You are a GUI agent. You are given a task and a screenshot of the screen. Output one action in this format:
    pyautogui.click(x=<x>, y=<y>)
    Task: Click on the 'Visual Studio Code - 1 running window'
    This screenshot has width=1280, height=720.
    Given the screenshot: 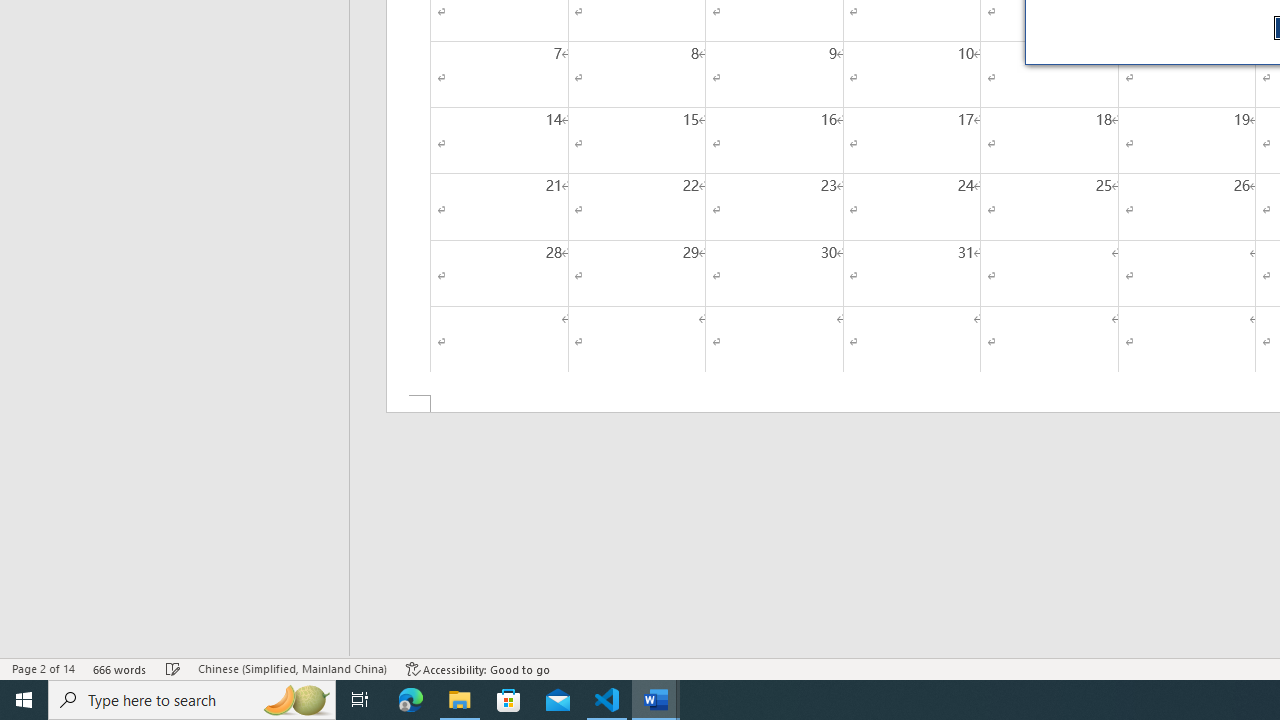 What is the action you would take?
    pyautogui.click(x=606, y=698)
    